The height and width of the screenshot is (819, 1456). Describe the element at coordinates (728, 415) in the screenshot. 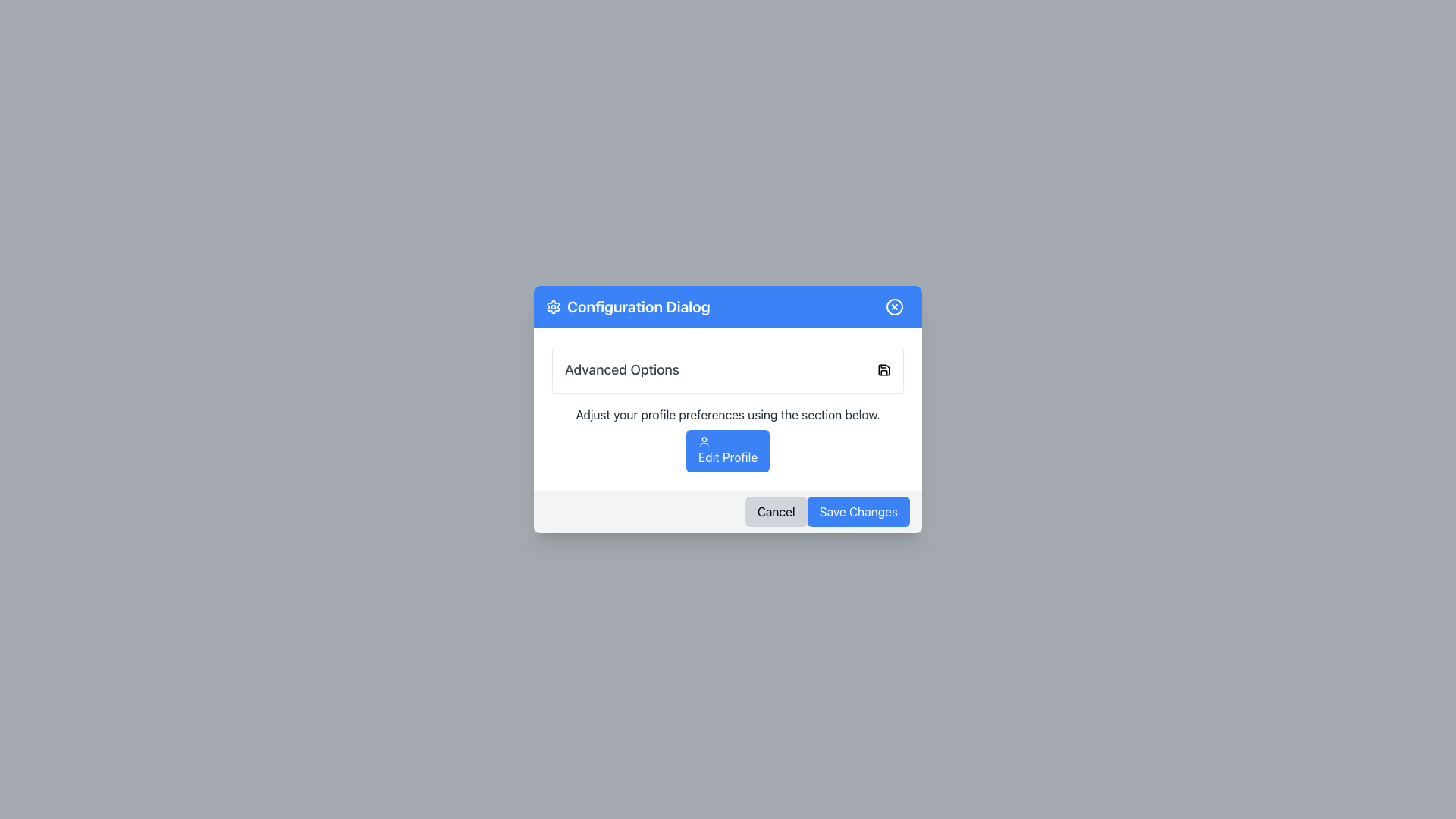

I see `the static text label displaying the message 'Adjust your profile preferences using the section below.' which is styled in dark gray and located in the 'Configuration Dialog' section` at that location.